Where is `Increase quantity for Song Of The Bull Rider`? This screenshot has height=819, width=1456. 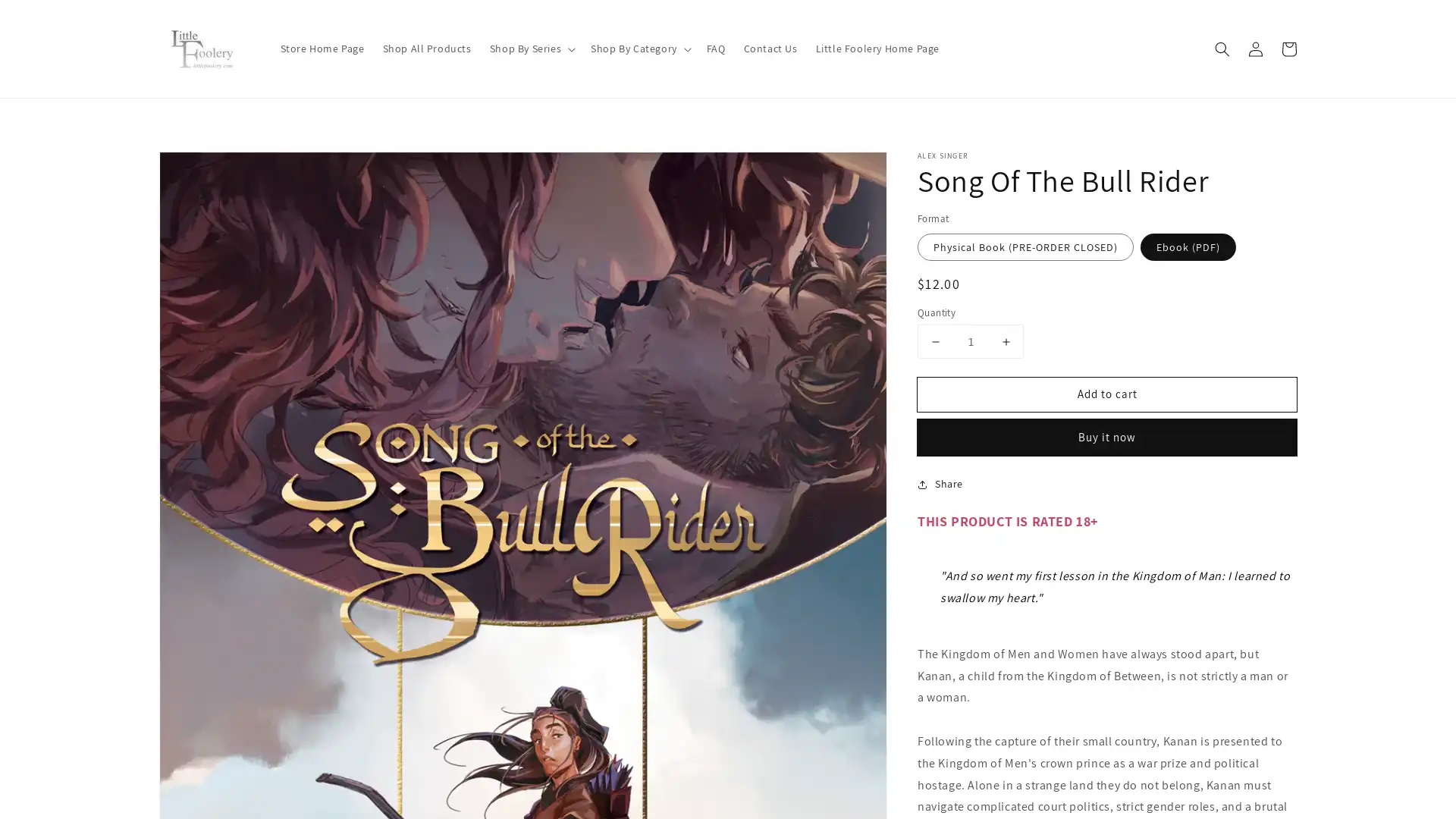
Increase quantity for Song Of The Bull Rider is located at coordinates (1006, 341).